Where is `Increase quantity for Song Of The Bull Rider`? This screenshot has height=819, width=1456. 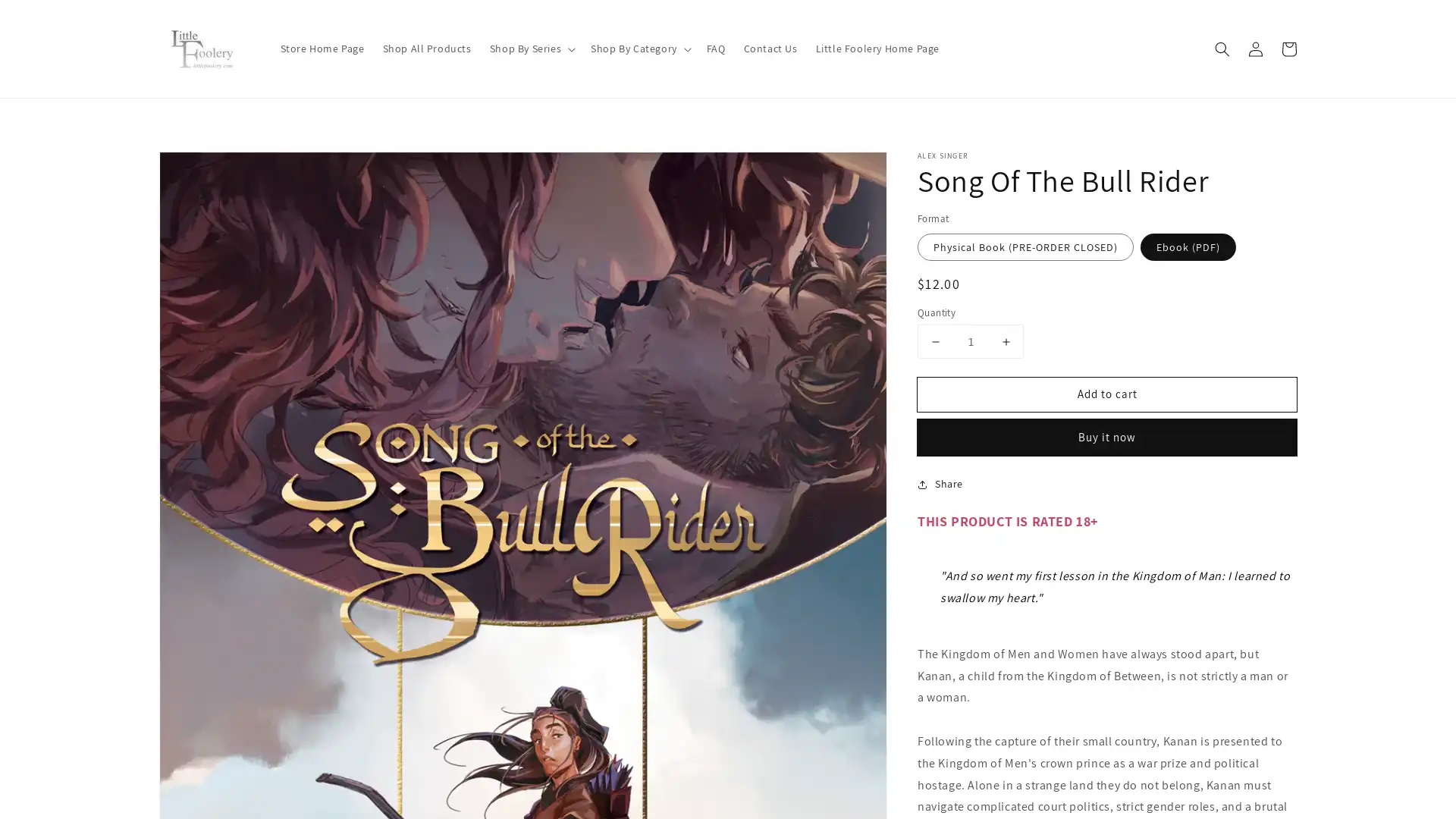
Increase quantity for Song Of The Bull Rider is located at coordinates (1006, 341).